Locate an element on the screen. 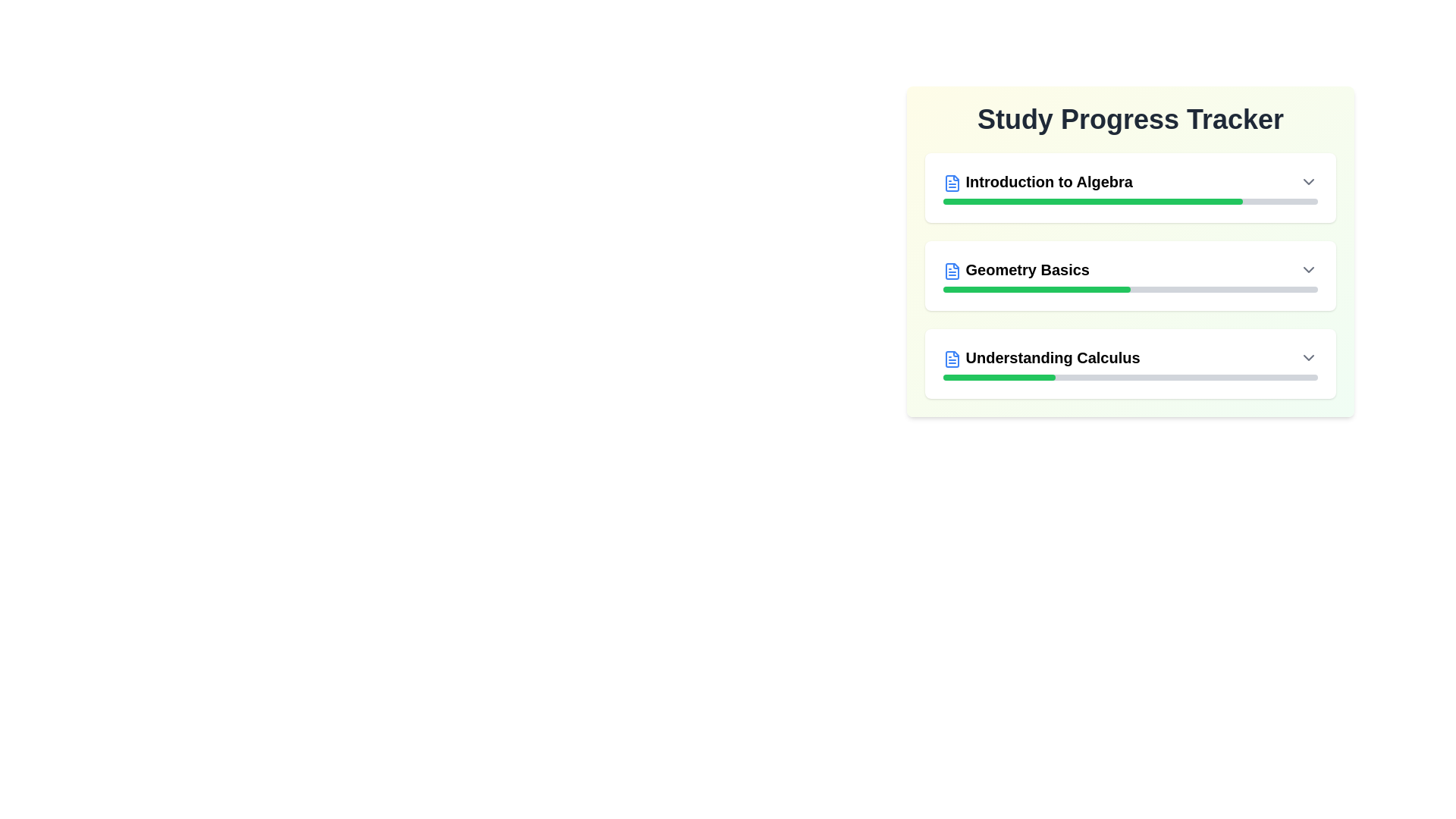 This screenshot has height=819, width=1456. the progress information represented by the progress bar in the 'Geometry Basics' section of the 'Study Progress Tracker' interface is located at coordinates (1131, 289).